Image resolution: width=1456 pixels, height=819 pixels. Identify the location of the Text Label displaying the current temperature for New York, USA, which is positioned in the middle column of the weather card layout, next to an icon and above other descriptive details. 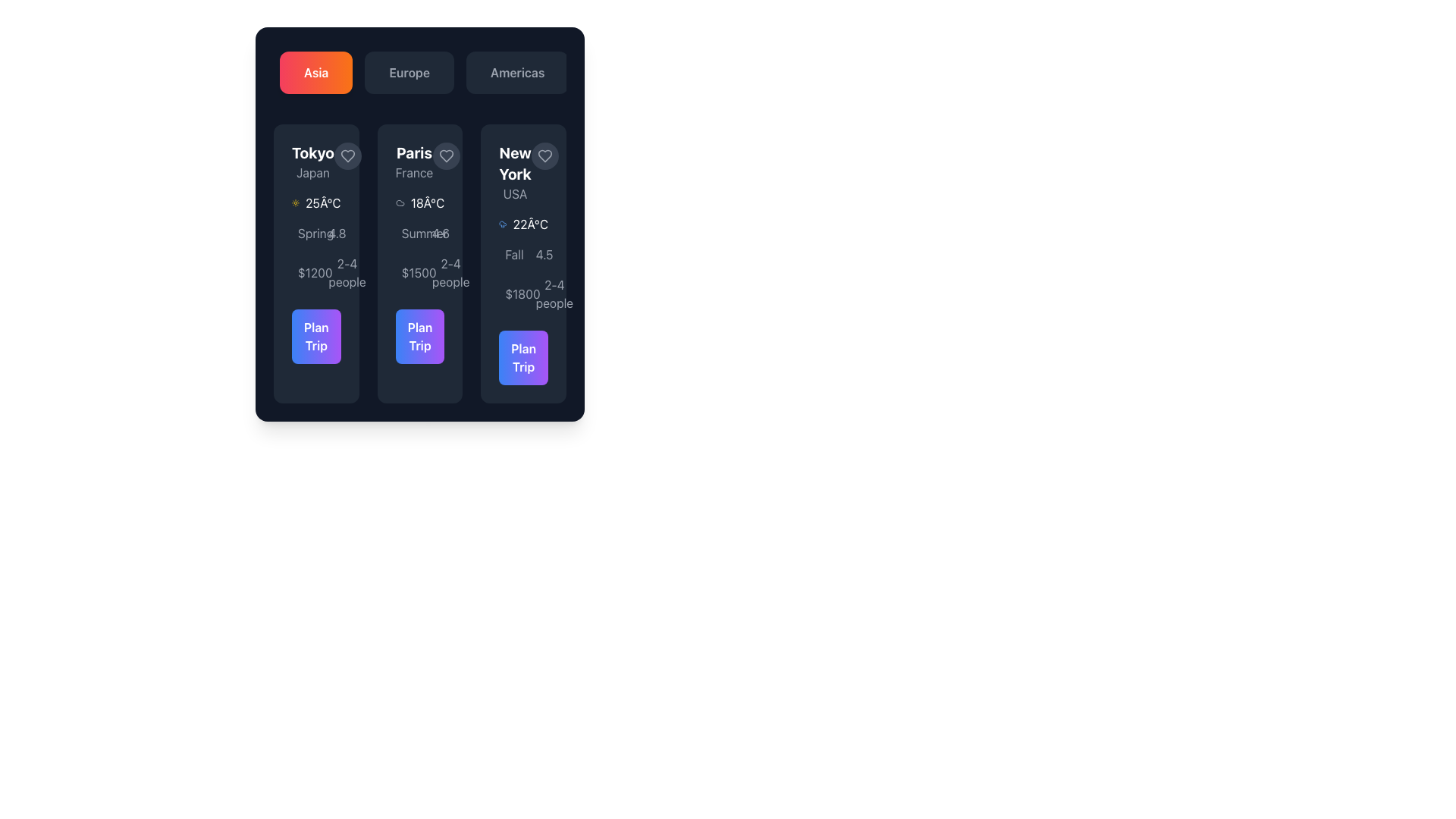
(530, 224).